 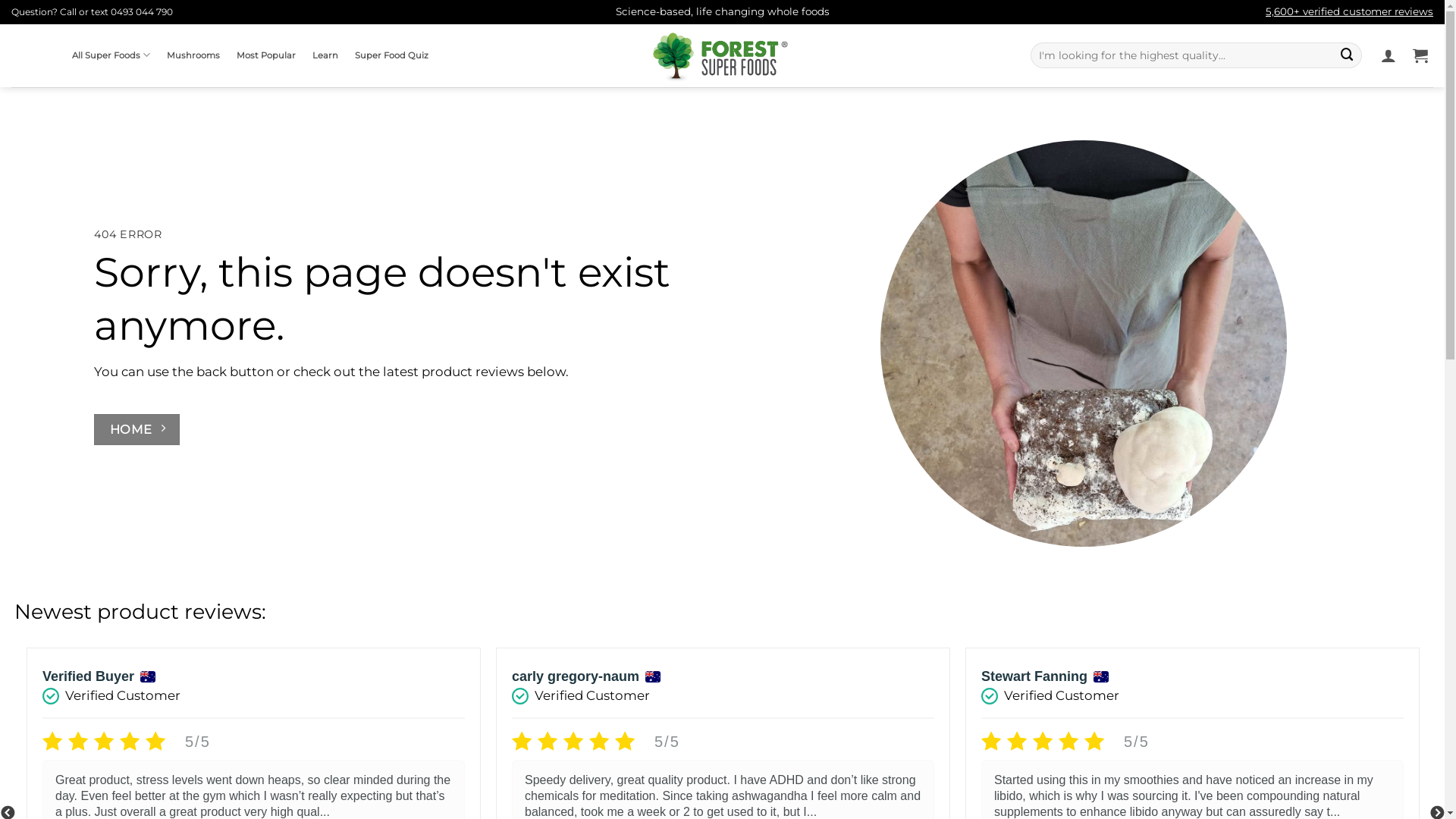 What do you see at coordinates (0, 0) in the screenshot?
I see `'Skip to content'` at bounding box center [0, 0].